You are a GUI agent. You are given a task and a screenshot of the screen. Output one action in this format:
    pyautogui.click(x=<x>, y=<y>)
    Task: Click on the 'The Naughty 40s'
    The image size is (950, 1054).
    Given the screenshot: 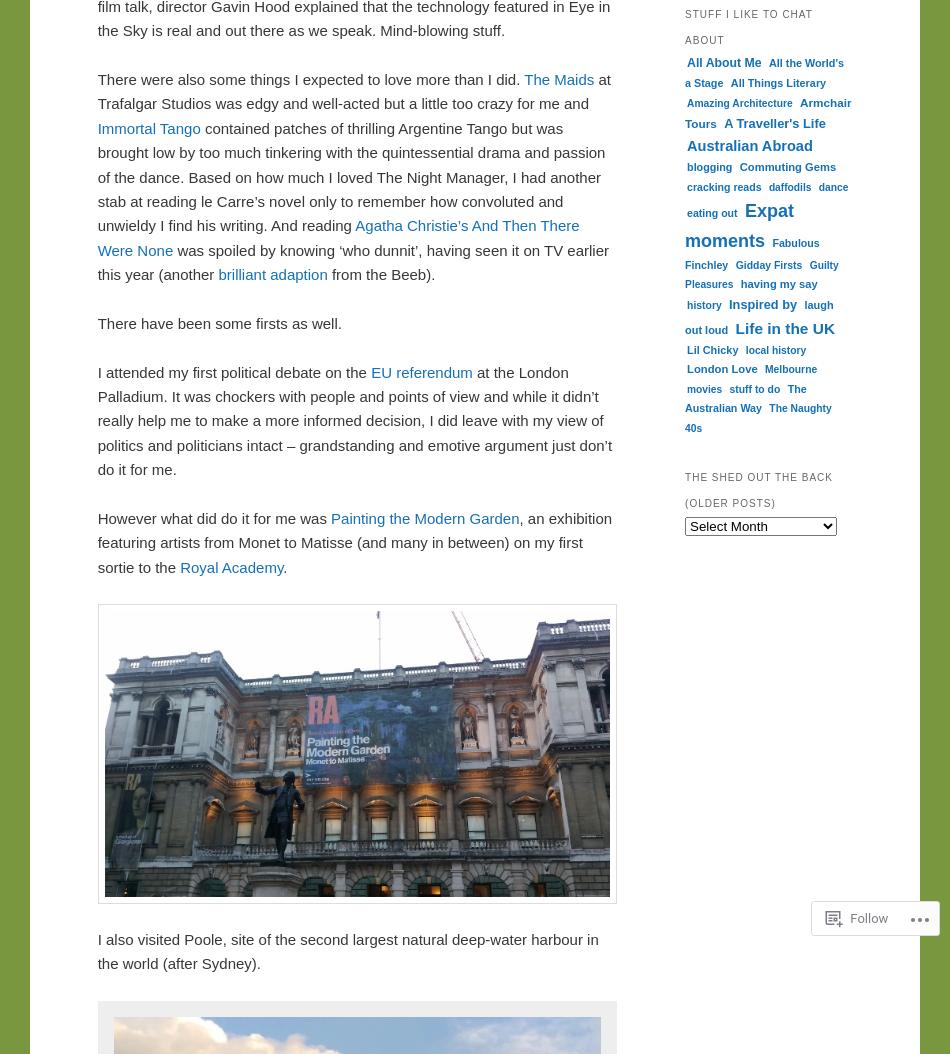 What is the action you would take?
    pyautogui.click(x=757, y=417)
    